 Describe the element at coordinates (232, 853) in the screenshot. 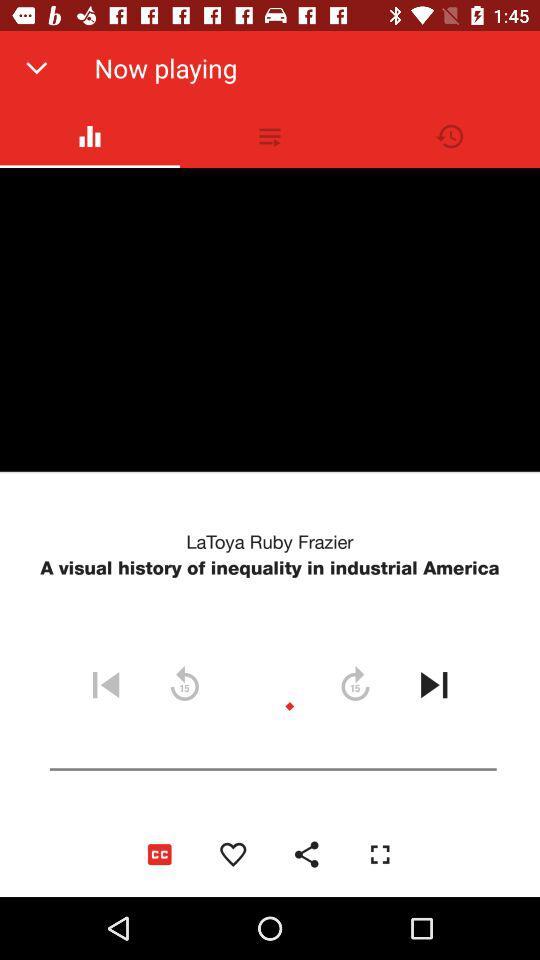

I see `the favorite icon` at that location.